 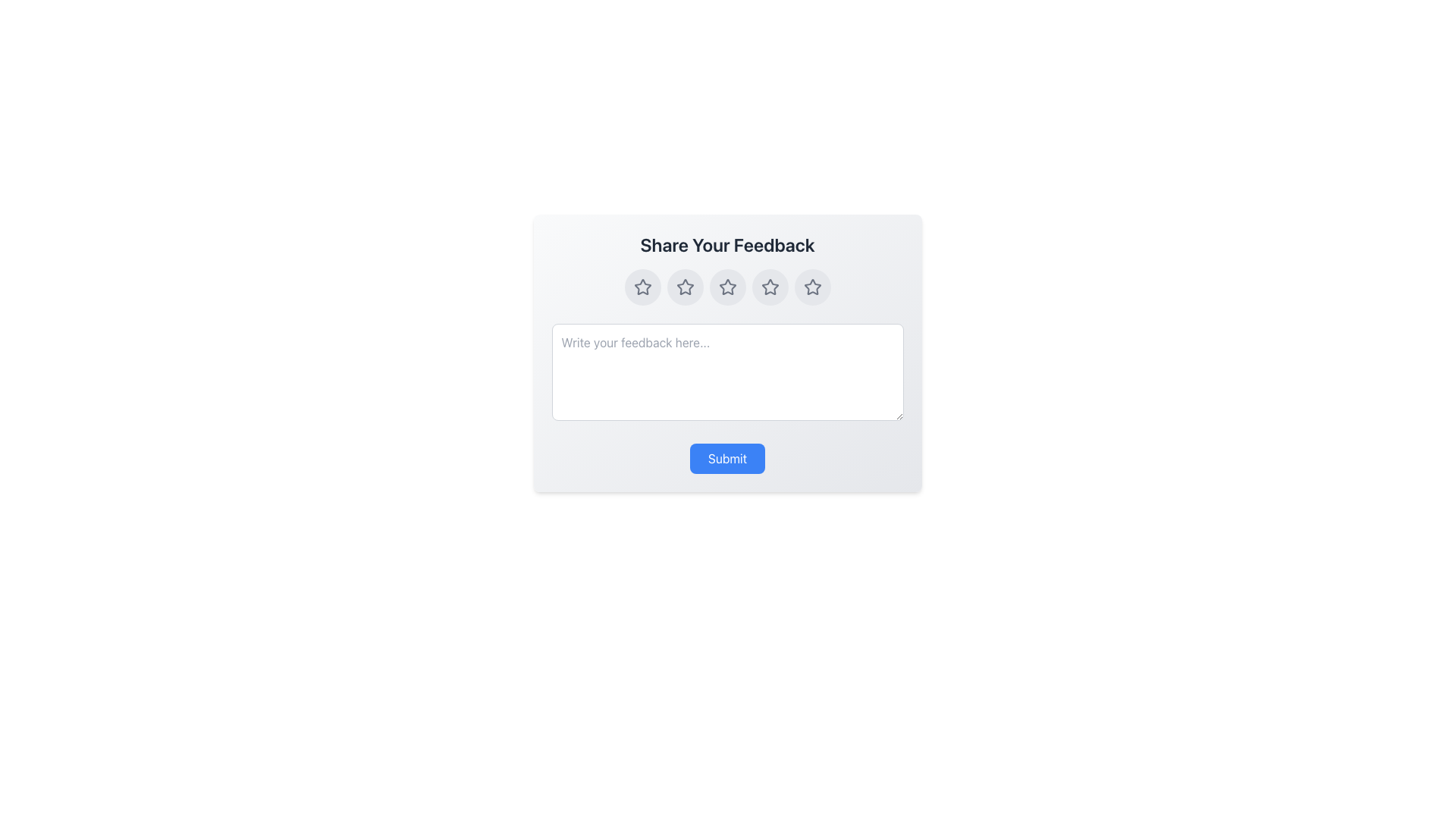 What do you see at coordinates (726, 458) in the screenshot?
I see `the feedback submission button located at the bottom of the feedback submission card` at bounding box center [726, 458].